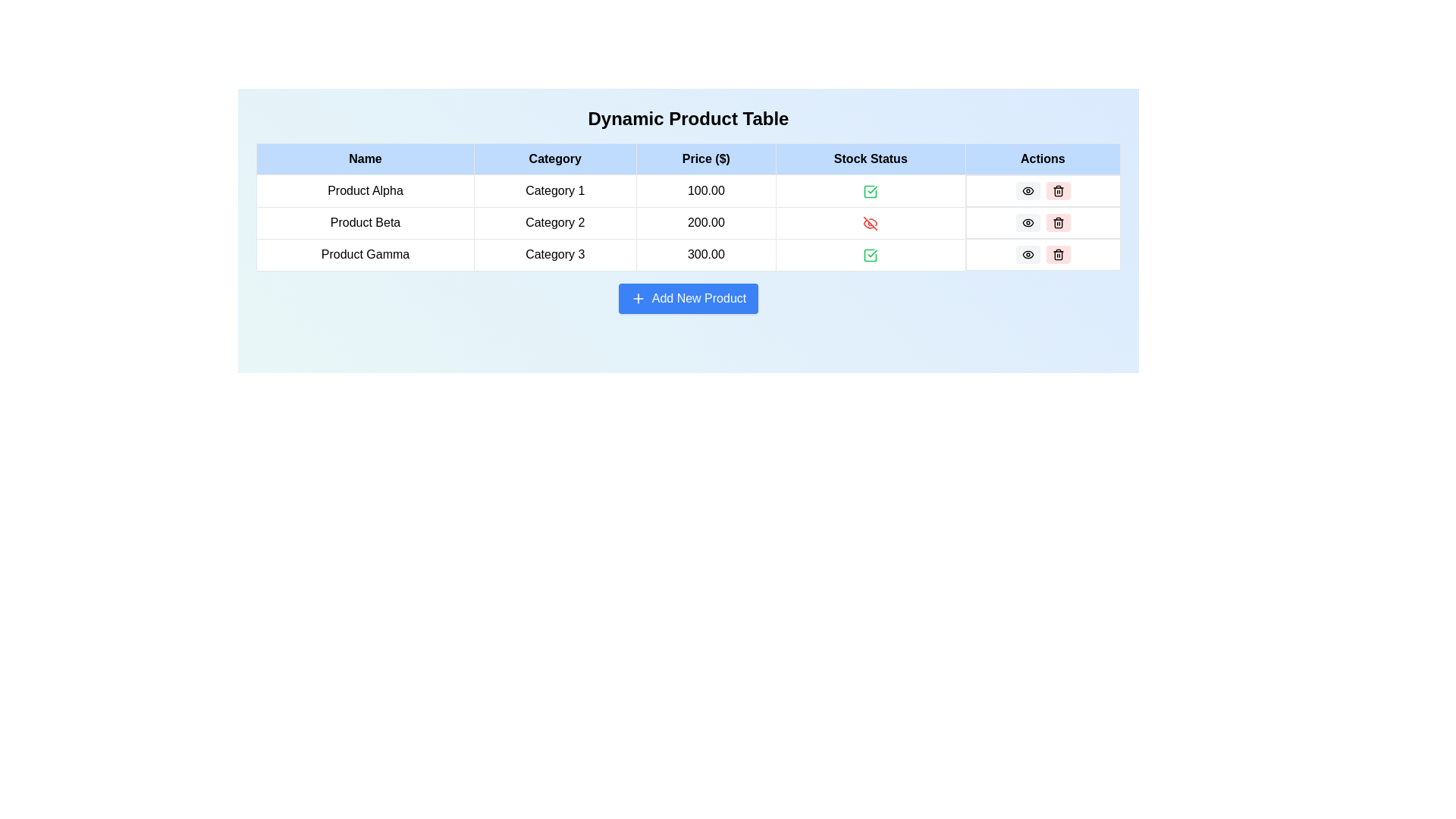  What do you see at coordinates (705, 222) in the screenshot?
I see `the static text display that shows the monetary price '200.00', located in the third column of the second row of a table` at bounding box center [705, 222].